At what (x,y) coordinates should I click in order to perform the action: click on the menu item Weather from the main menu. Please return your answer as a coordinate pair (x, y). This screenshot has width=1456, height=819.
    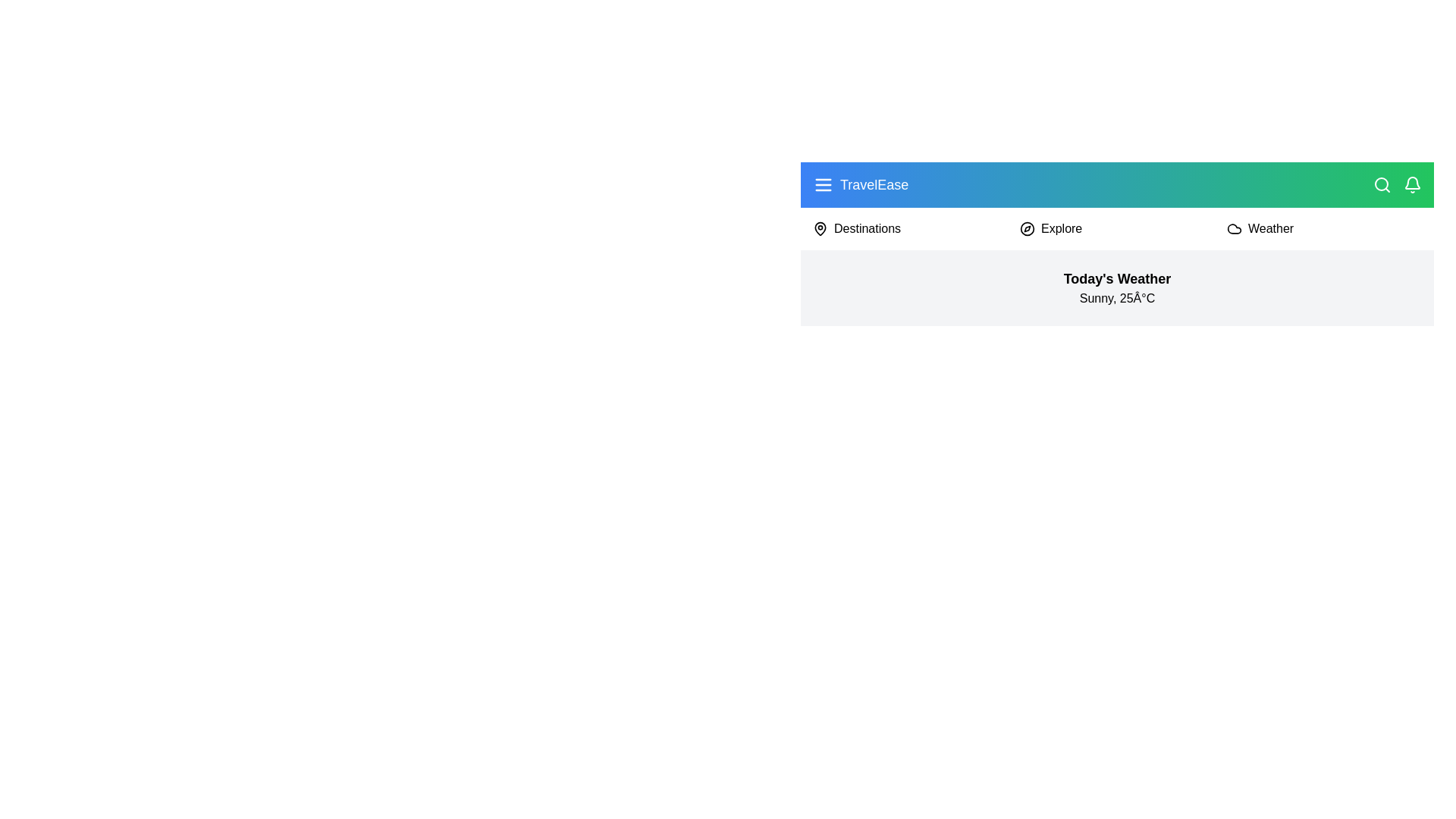
    Looking at the image, I should click on (1270, 228).